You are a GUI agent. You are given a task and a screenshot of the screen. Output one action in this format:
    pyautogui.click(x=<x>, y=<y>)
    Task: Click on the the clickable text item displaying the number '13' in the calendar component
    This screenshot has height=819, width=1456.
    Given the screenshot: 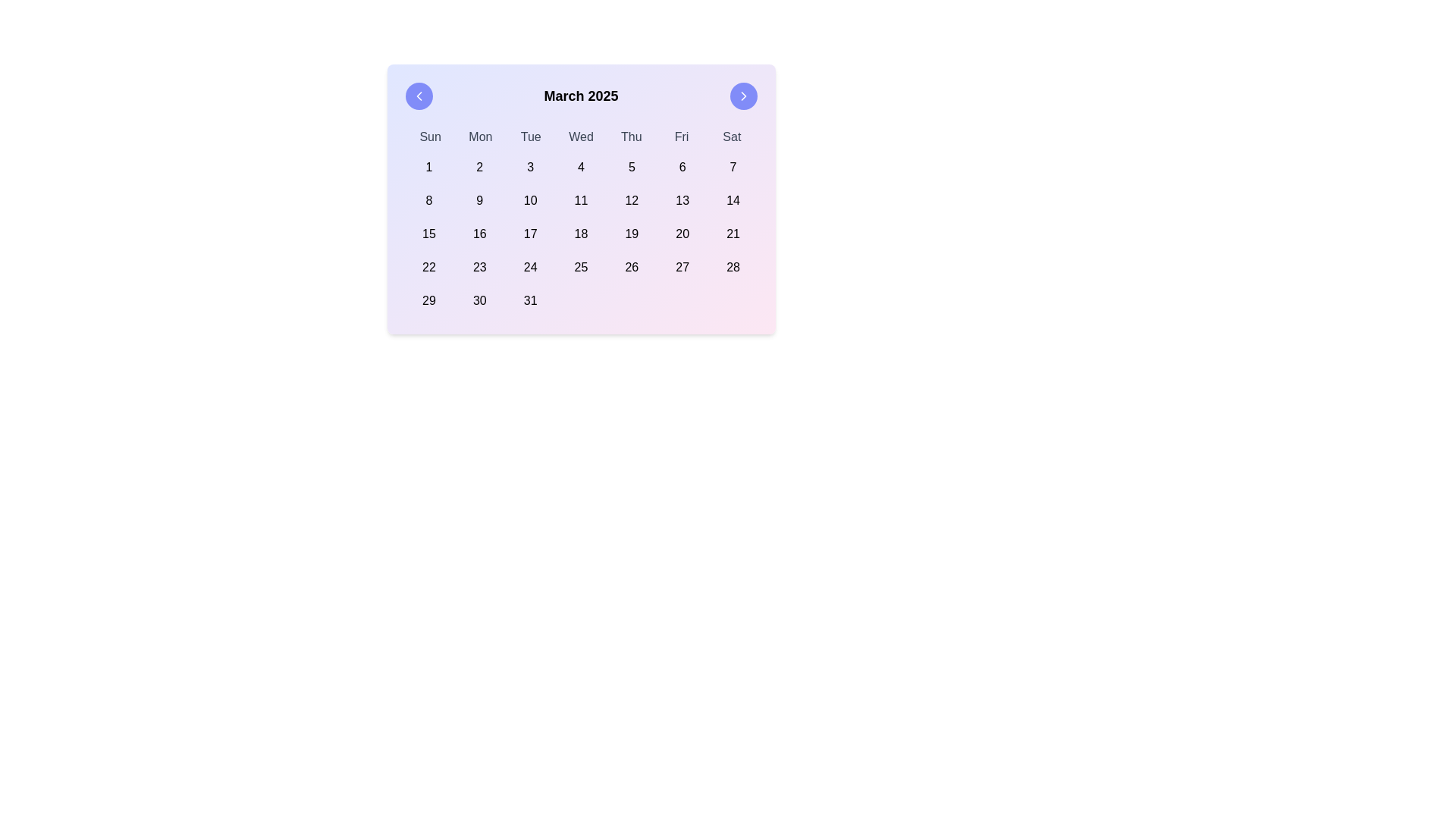 What is the action you would take?
    pyautogui.click(x=682, y=200)
    